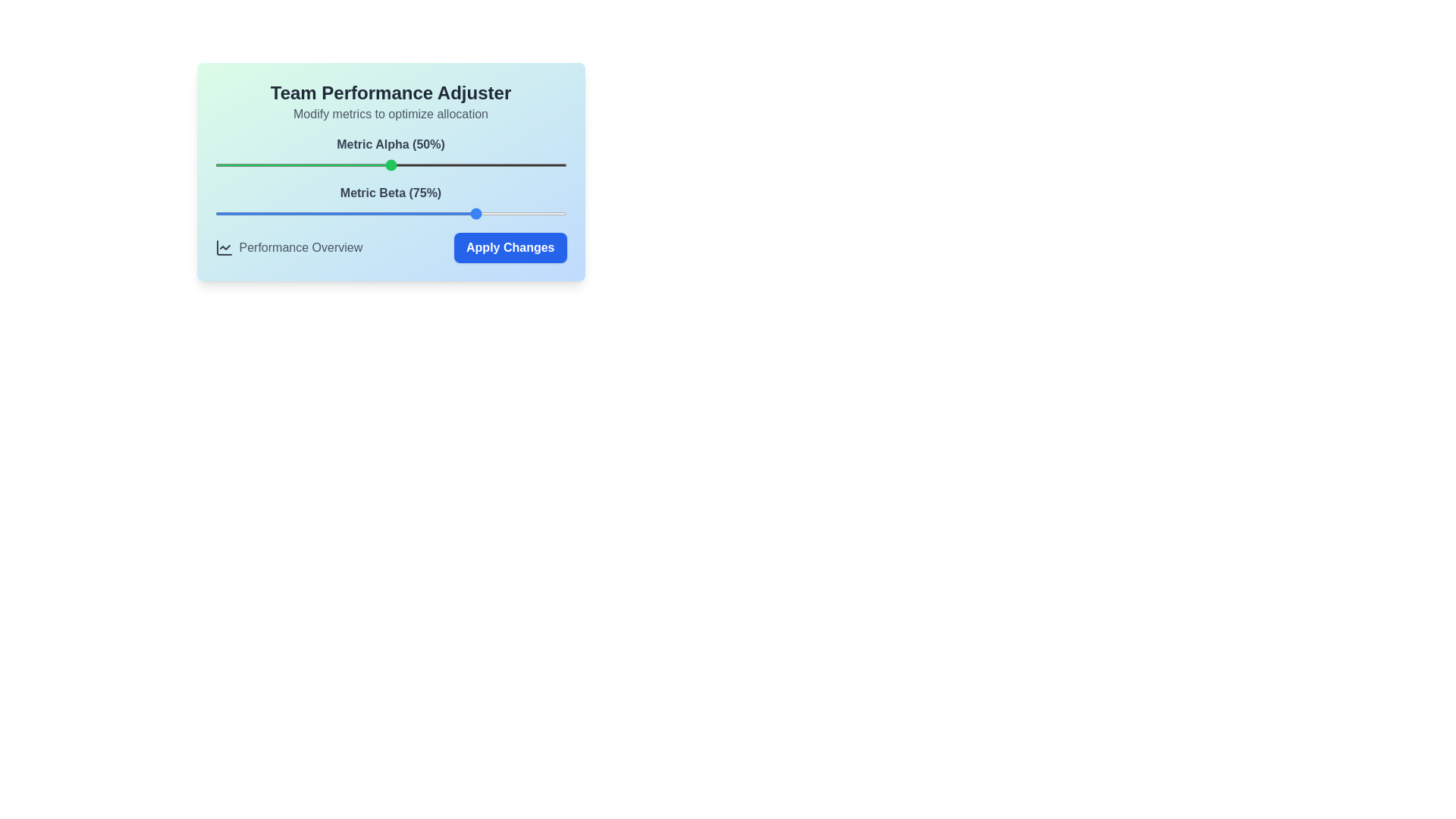 This screenshot has width=1456, height=819. What do you see at coordinates (559, 165) in the screenshot?
I see `the Metric Alpha slider to set its value to 98` at bounding box center [559, 165].